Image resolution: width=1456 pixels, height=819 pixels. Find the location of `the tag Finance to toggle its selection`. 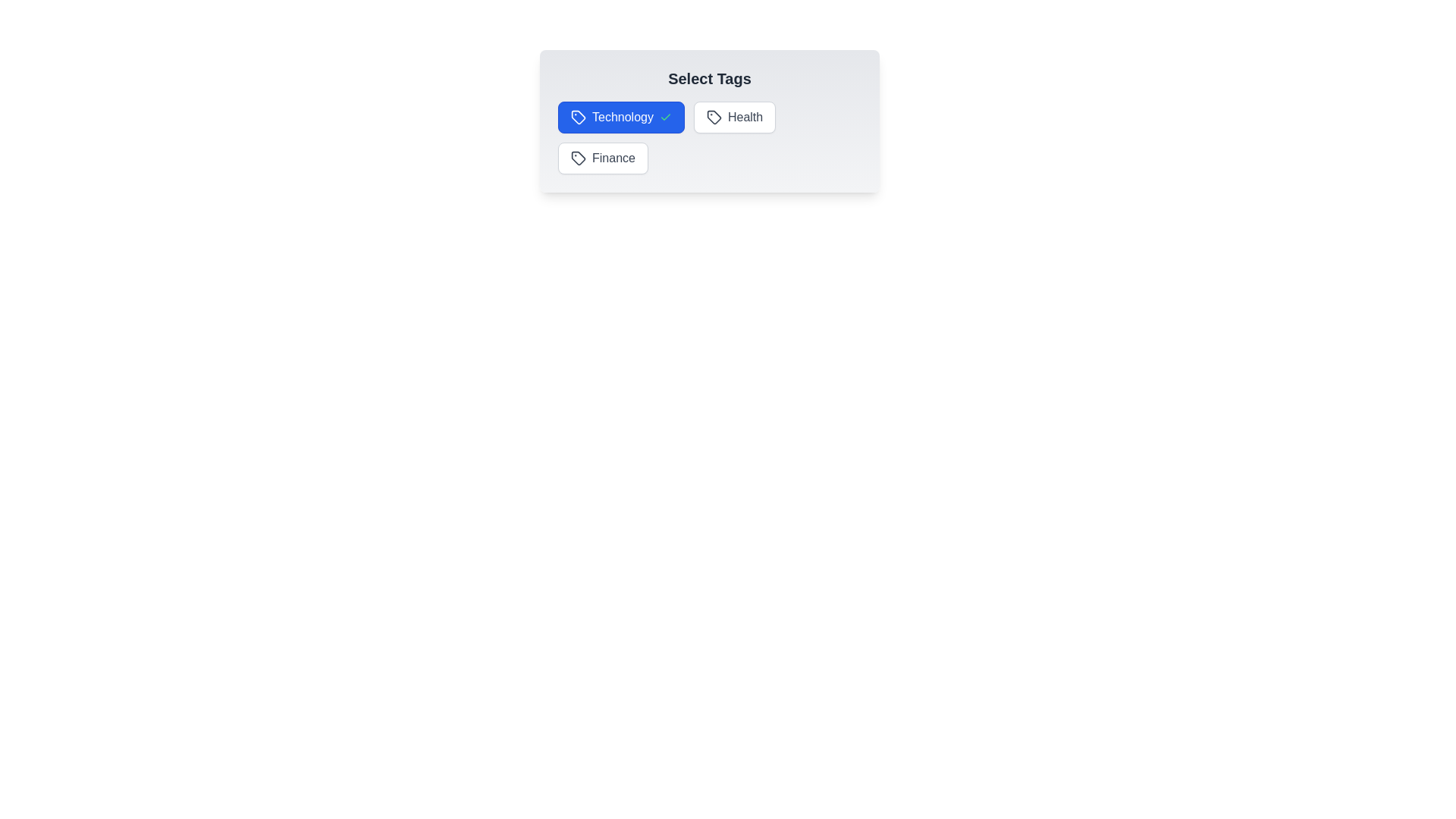

the tag Finance to toggle its selection is located at coordinates (602, 158).